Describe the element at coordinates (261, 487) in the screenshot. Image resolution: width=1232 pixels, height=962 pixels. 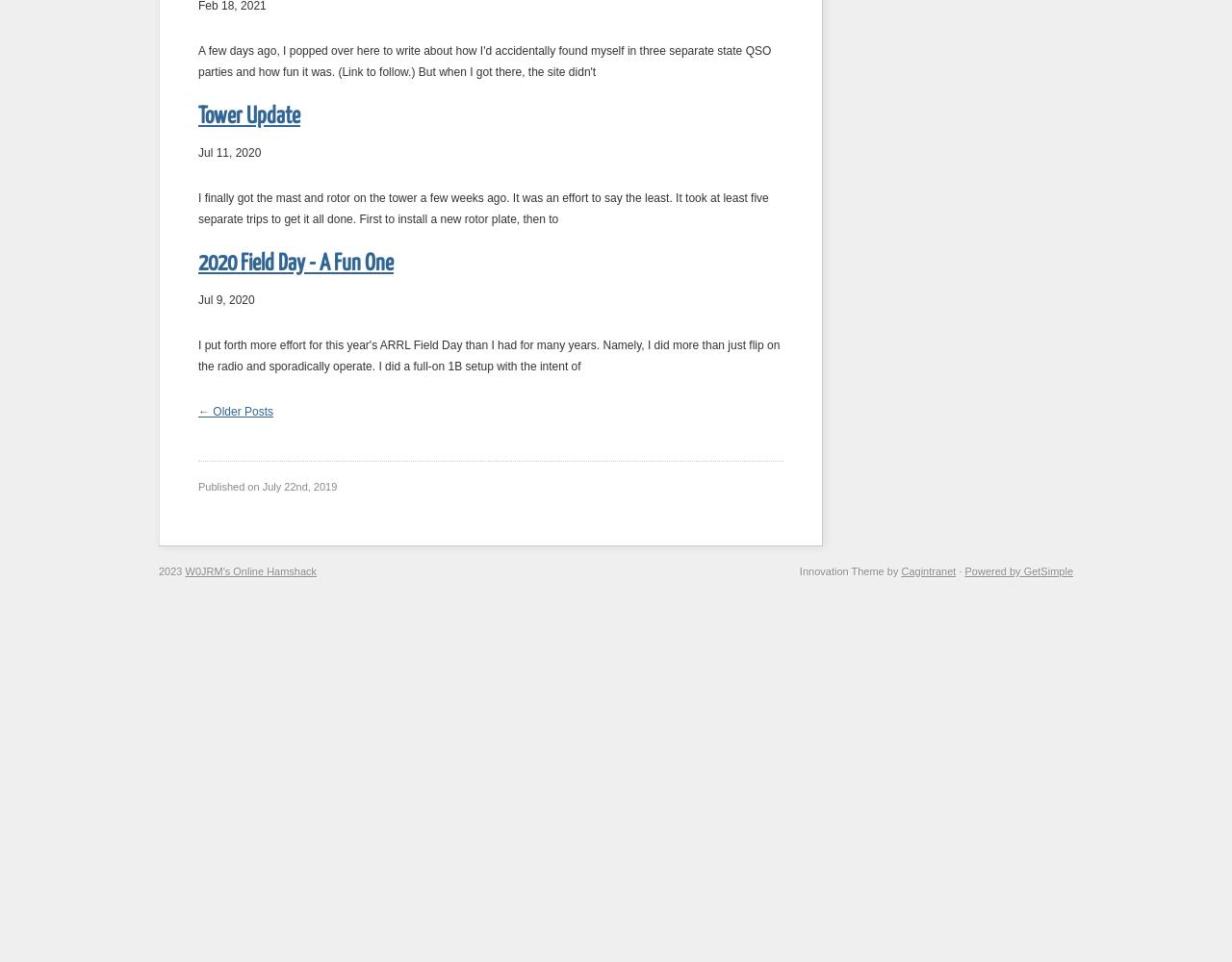
I see `'July 22nd, 2019'` at that location.